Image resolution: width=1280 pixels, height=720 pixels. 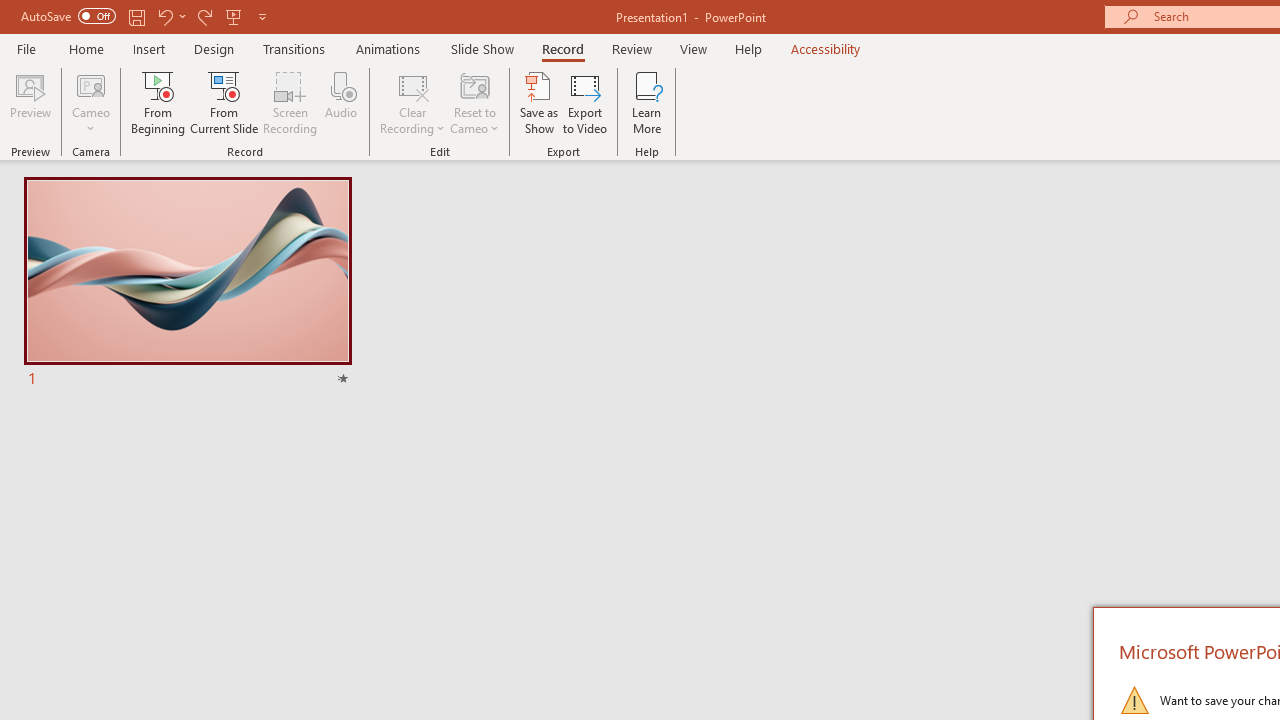 I want to click on 'From Beginning...', so click(x=157, y=103).